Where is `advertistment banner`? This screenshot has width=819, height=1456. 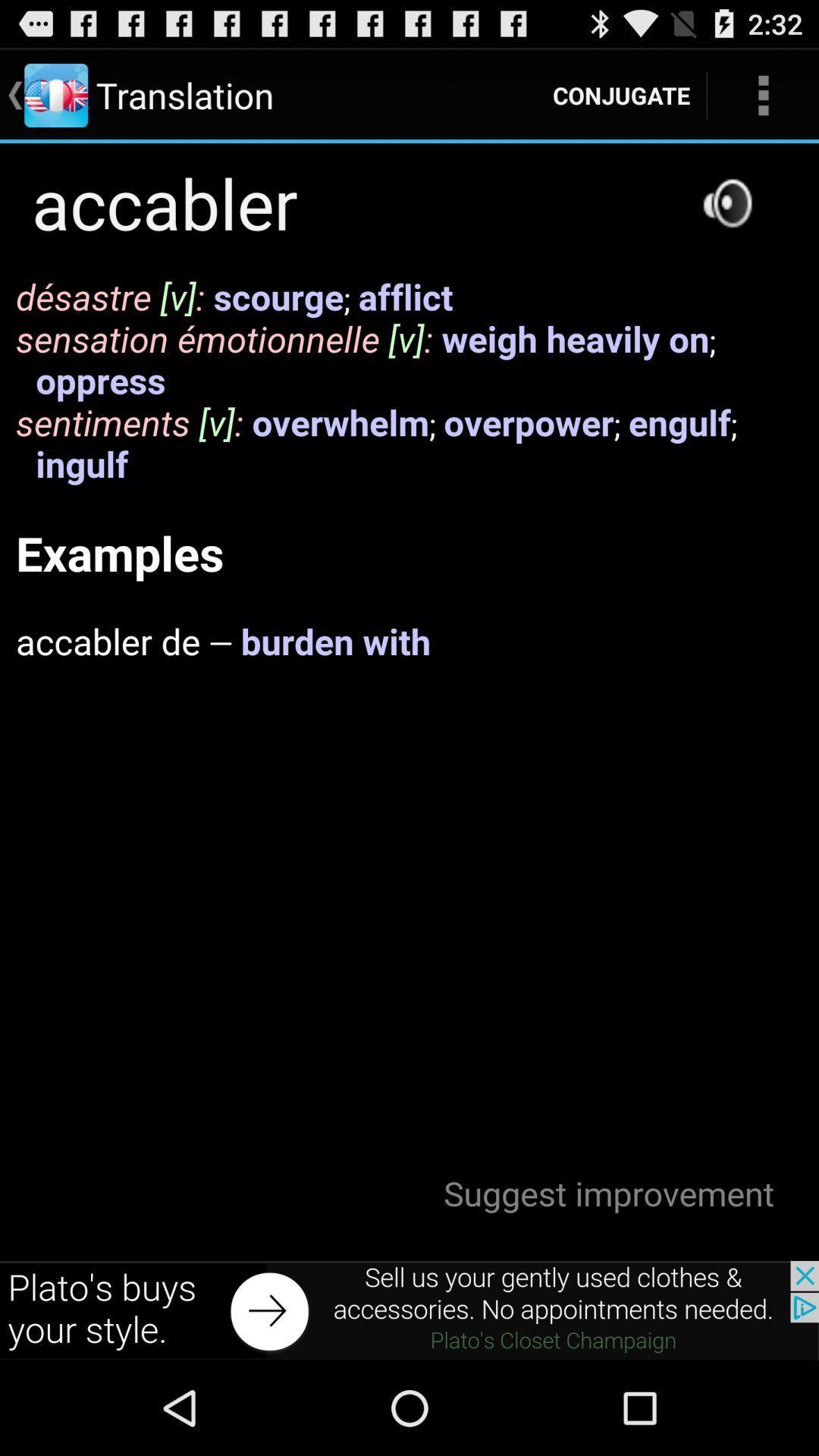
advertistment banner is located at coordinates (409, 1310).